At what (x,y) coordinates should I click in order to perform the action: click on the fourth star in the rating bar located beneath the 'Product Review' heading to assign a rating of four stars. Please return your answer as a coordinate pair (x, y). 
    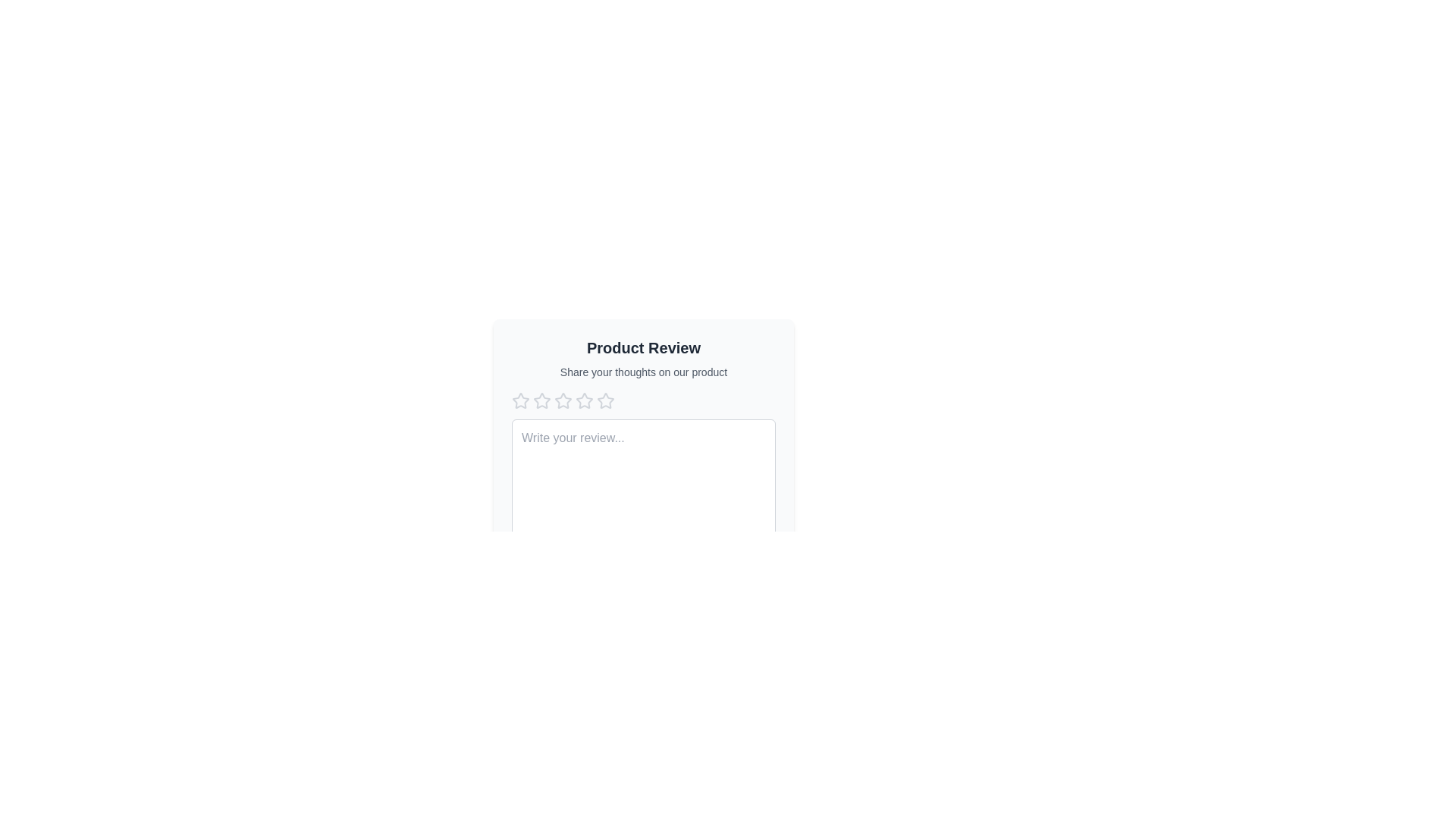
    Looking at the image, I should click on (584, 400).